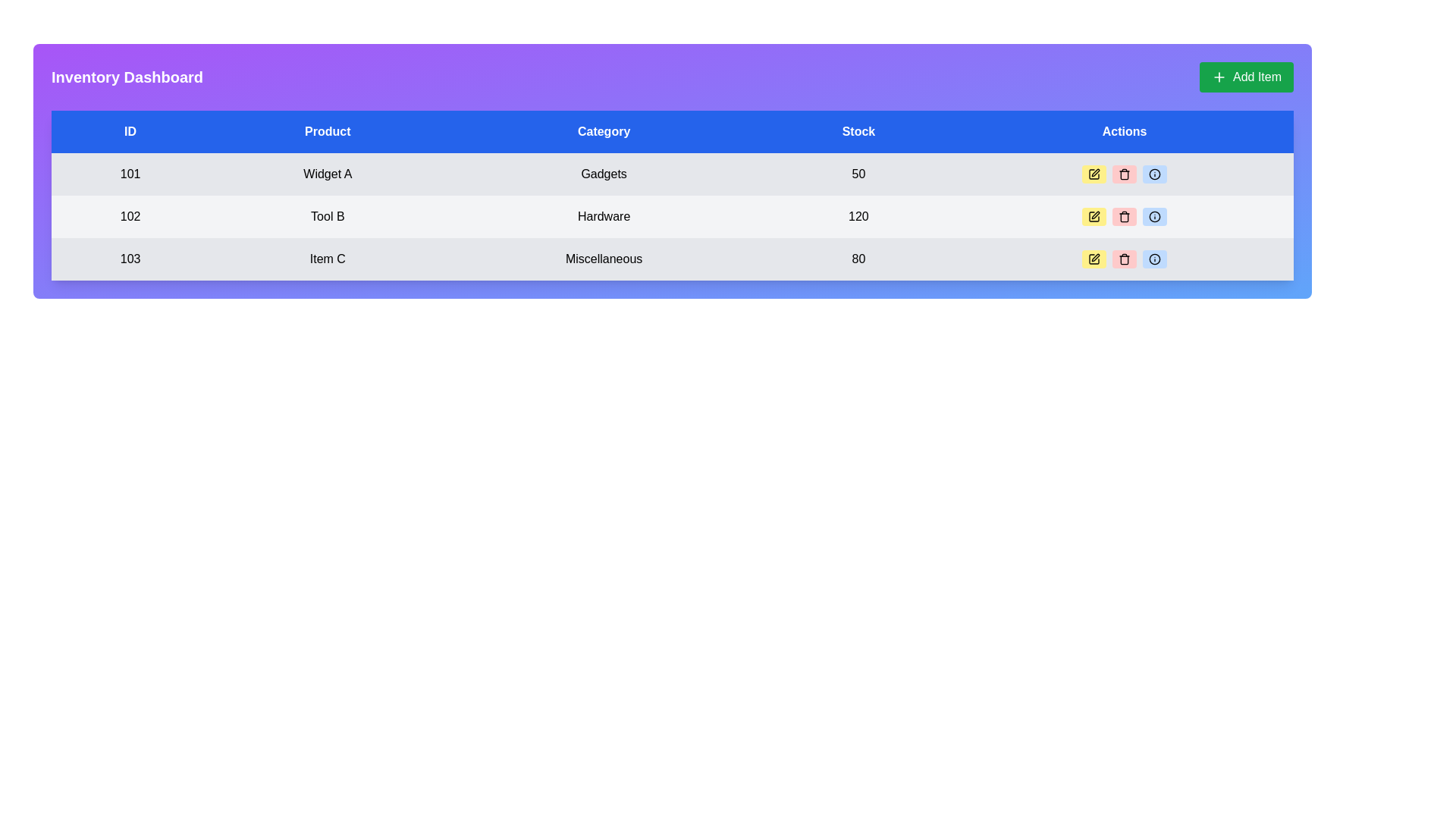 The width and height of the screenshot is (1456, 819). Describe the element at coordinates (1125, 216) in the screenshot. I see `the middle delete action button in the second row of the table` at that location.